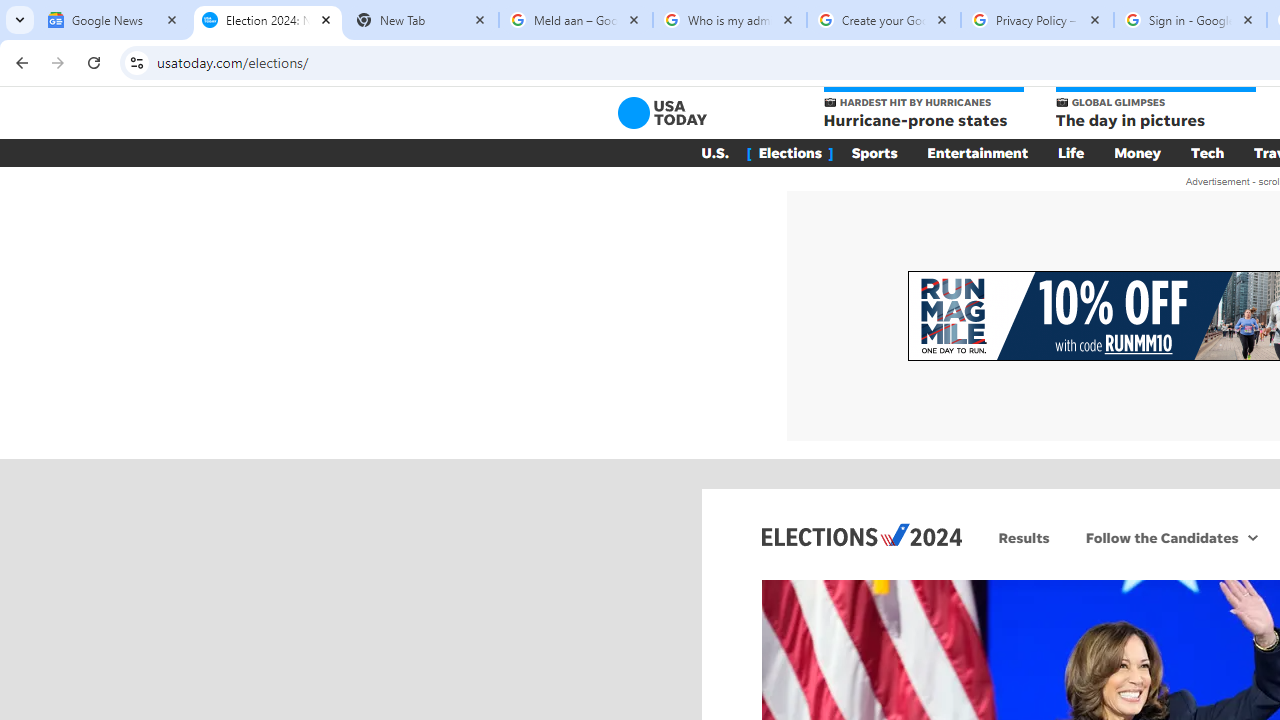 This screenshot has width=1280, height=720. What do you see at coordinates (1137, 152) in the screenshot?
I see `'Money'` at bounding box center [1137, 152].